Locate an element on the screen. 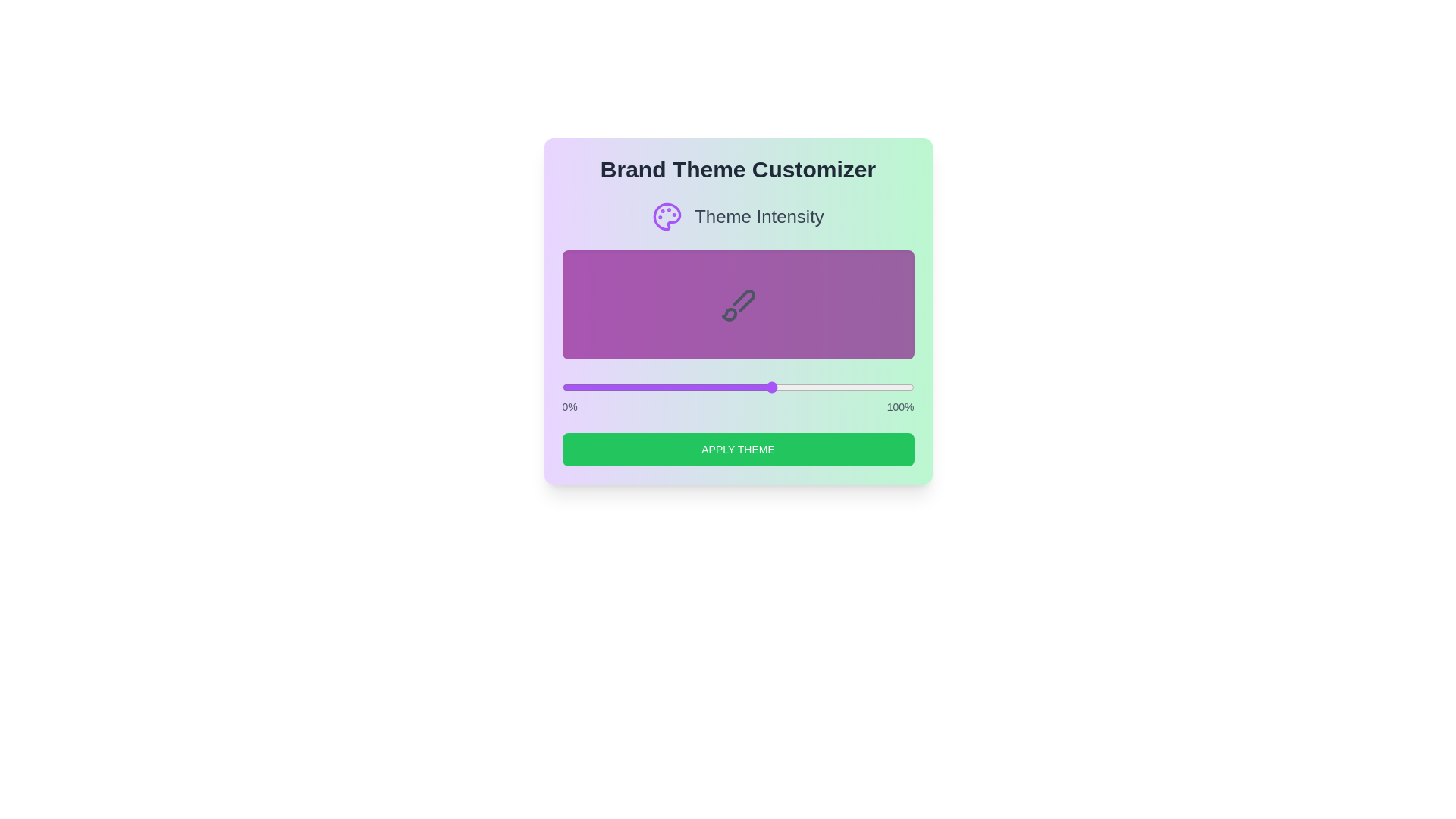  the slider to set the theme intensity to 86% is located at coordinates (864, 386).